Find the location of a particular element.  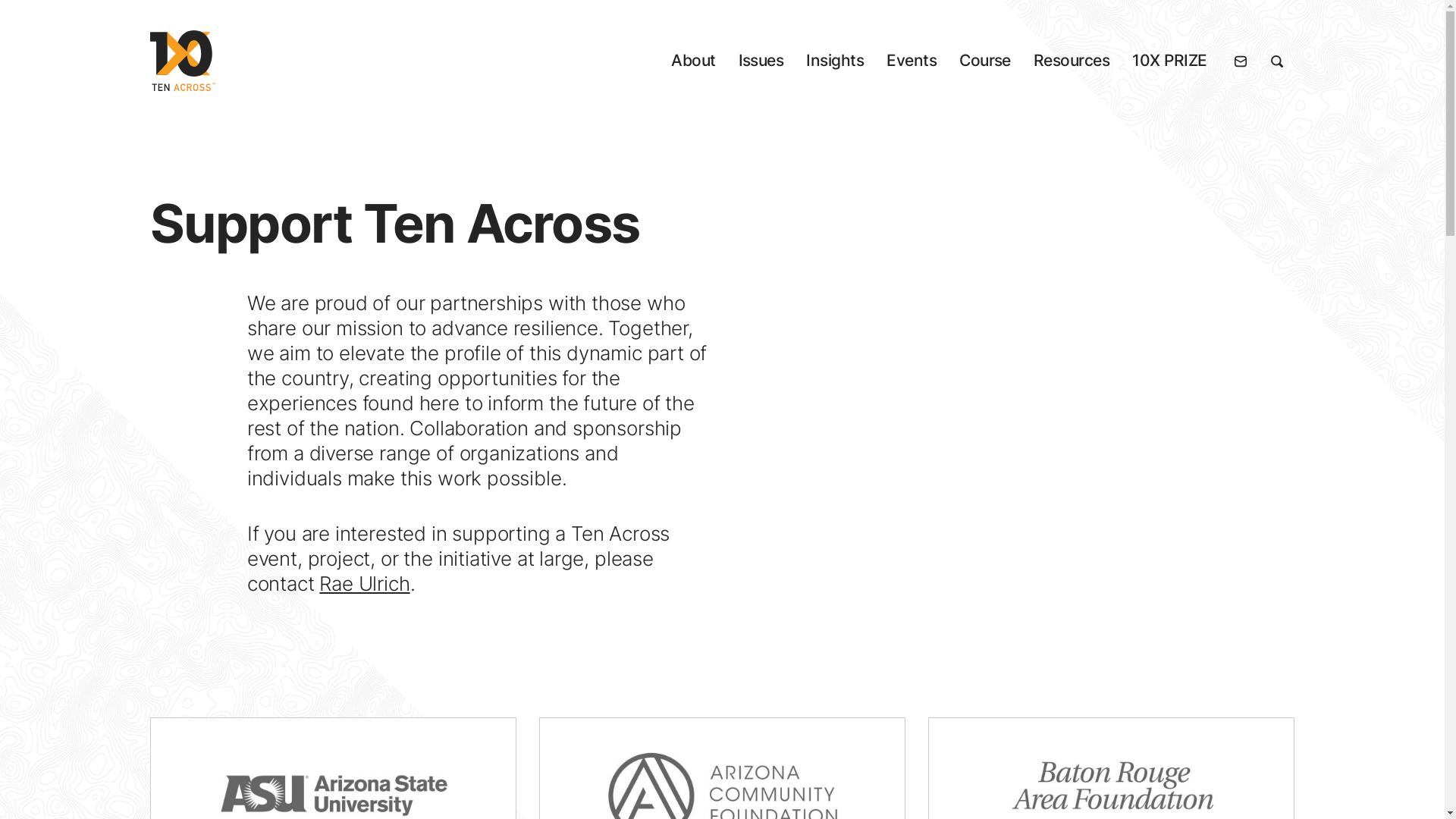

'Rae Ulrich' is located at coordinates (364, 582).